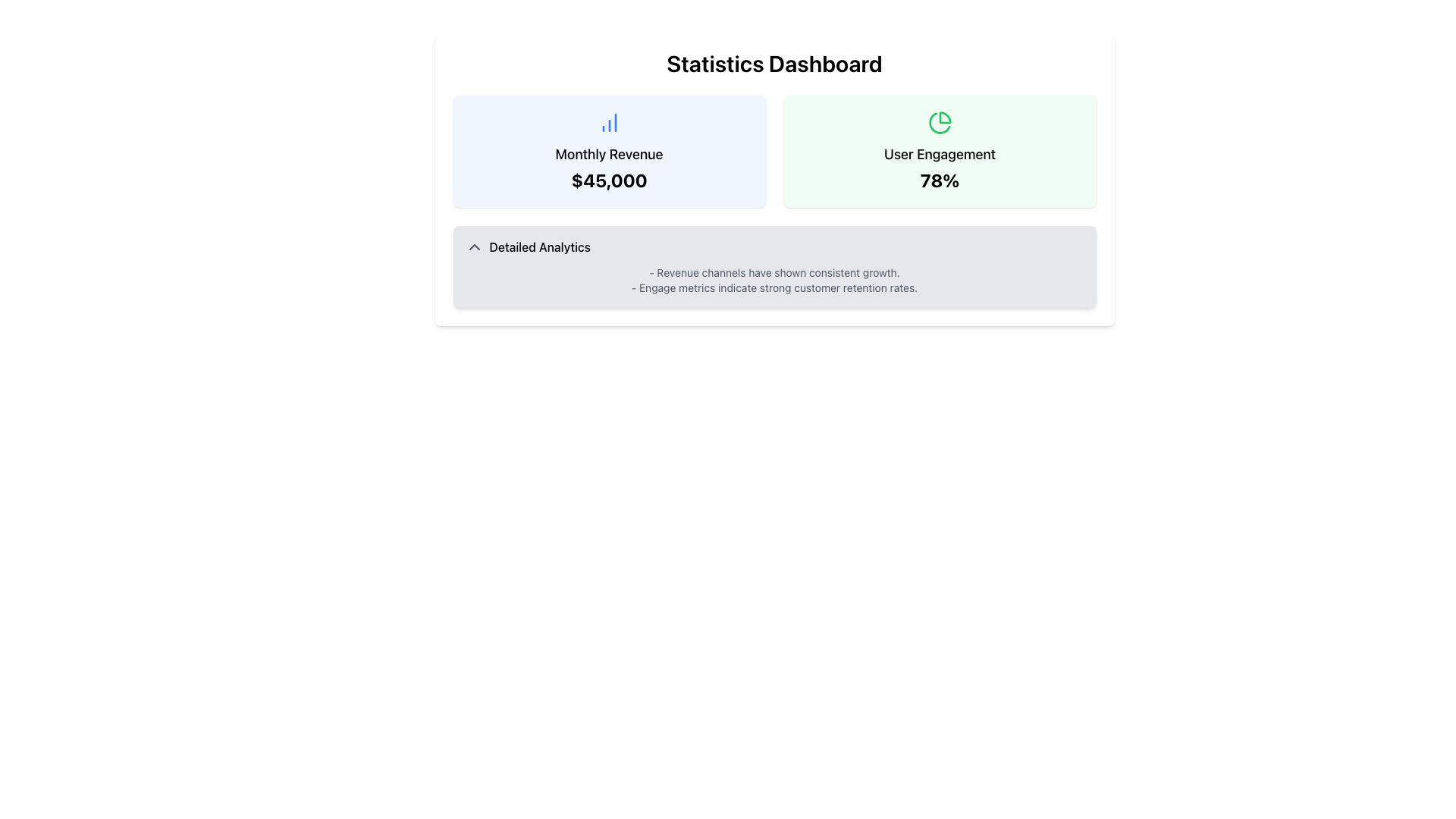 The width and height of the screenshot is (1456, 819). Describe the element at coordinates (609, 180) in the screenshot. I see `information displayed in the Text Display for Monthly Revenue, which is located at the center of the bottom section of a light blue card beneath the label 'Monthly Revenue'` at that location.